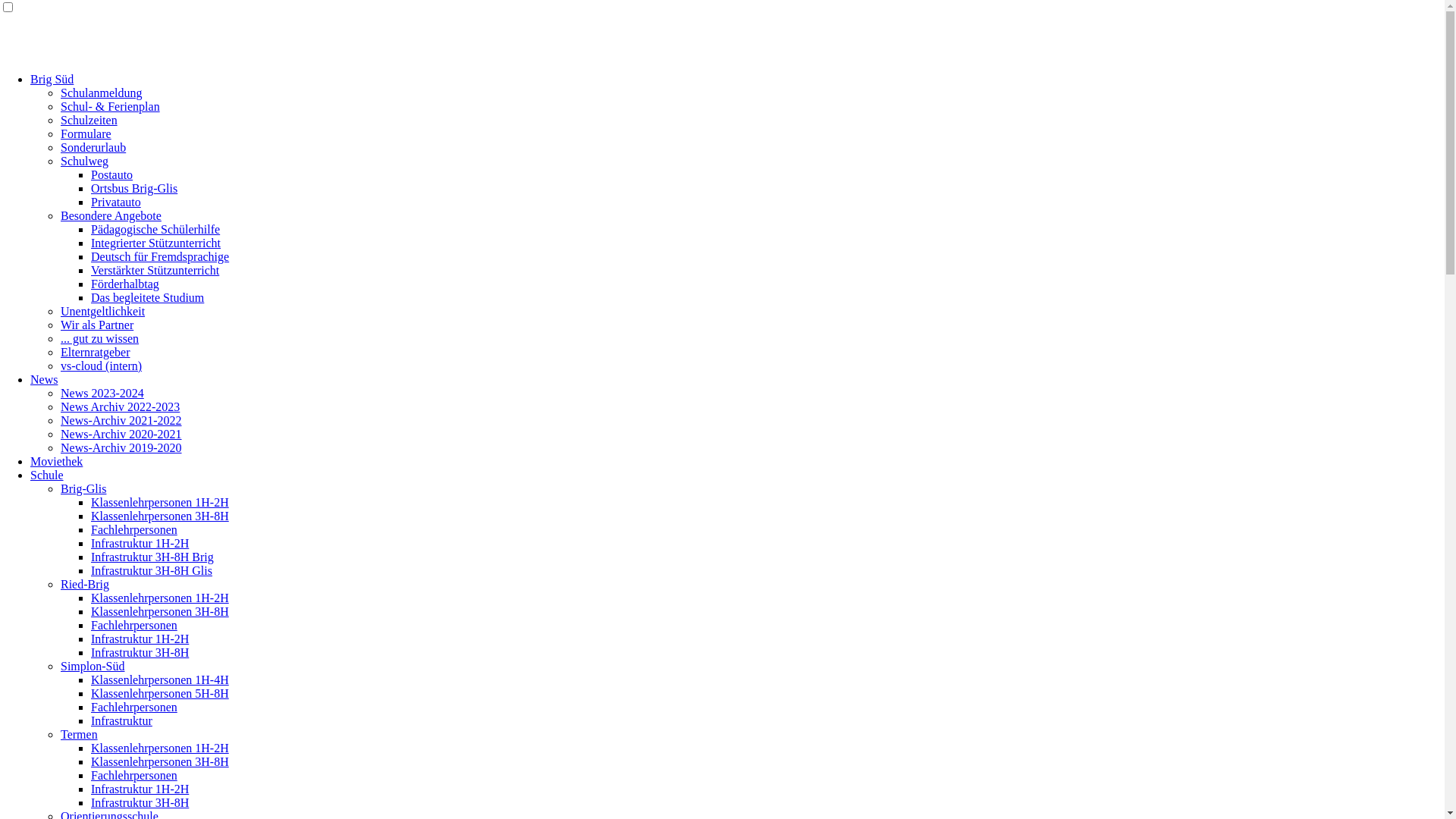 The height and width of the screenshot is (819, 1456). What do you see at coordinates (99, 337) in the screenshot?
I see `'... gut zu wissen'` at bounding box center [99, 337].